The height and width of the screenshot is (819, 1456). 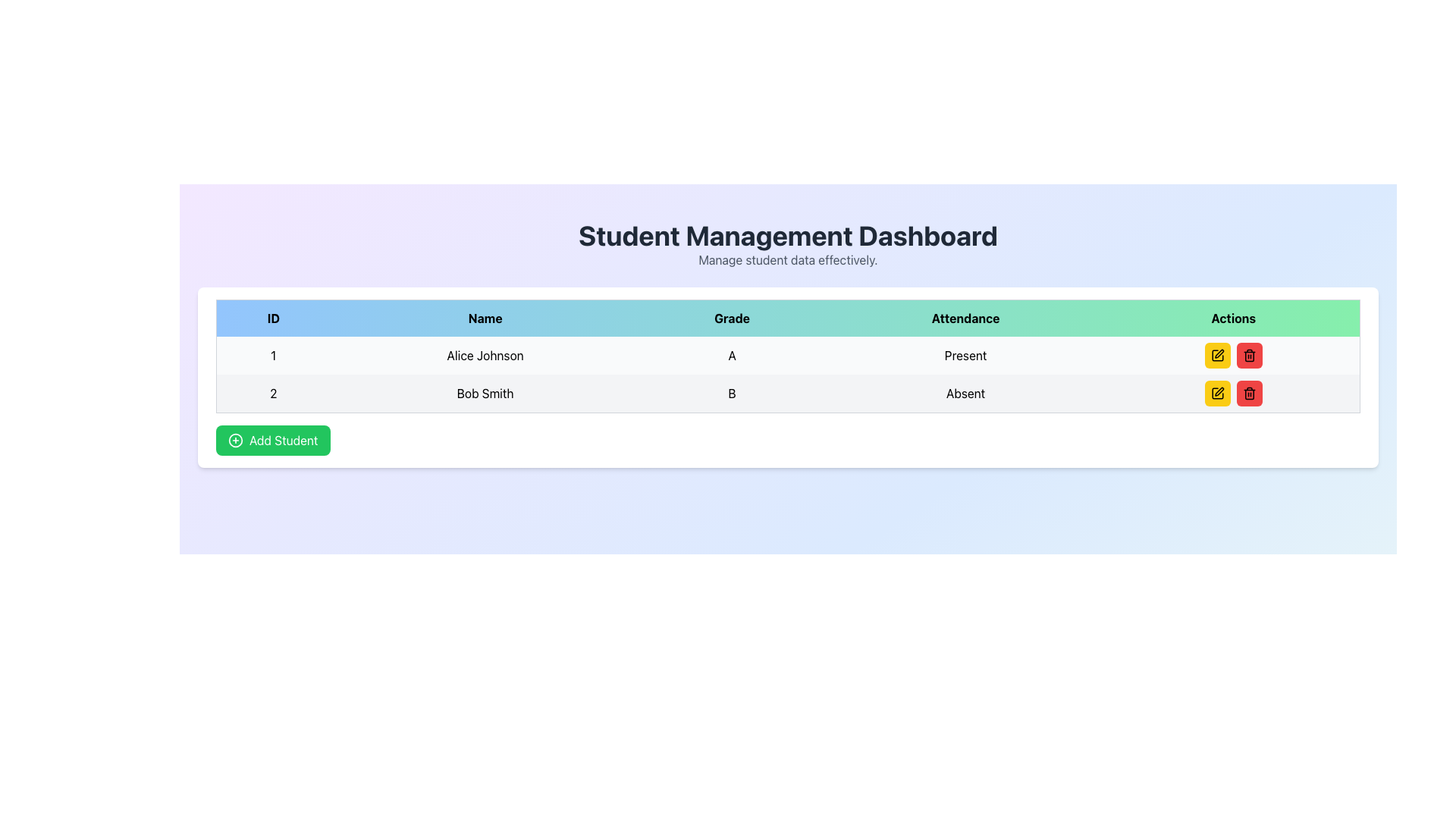 I want to click on the text label displaying 'Bob Smith', so click(x=484, y=393).